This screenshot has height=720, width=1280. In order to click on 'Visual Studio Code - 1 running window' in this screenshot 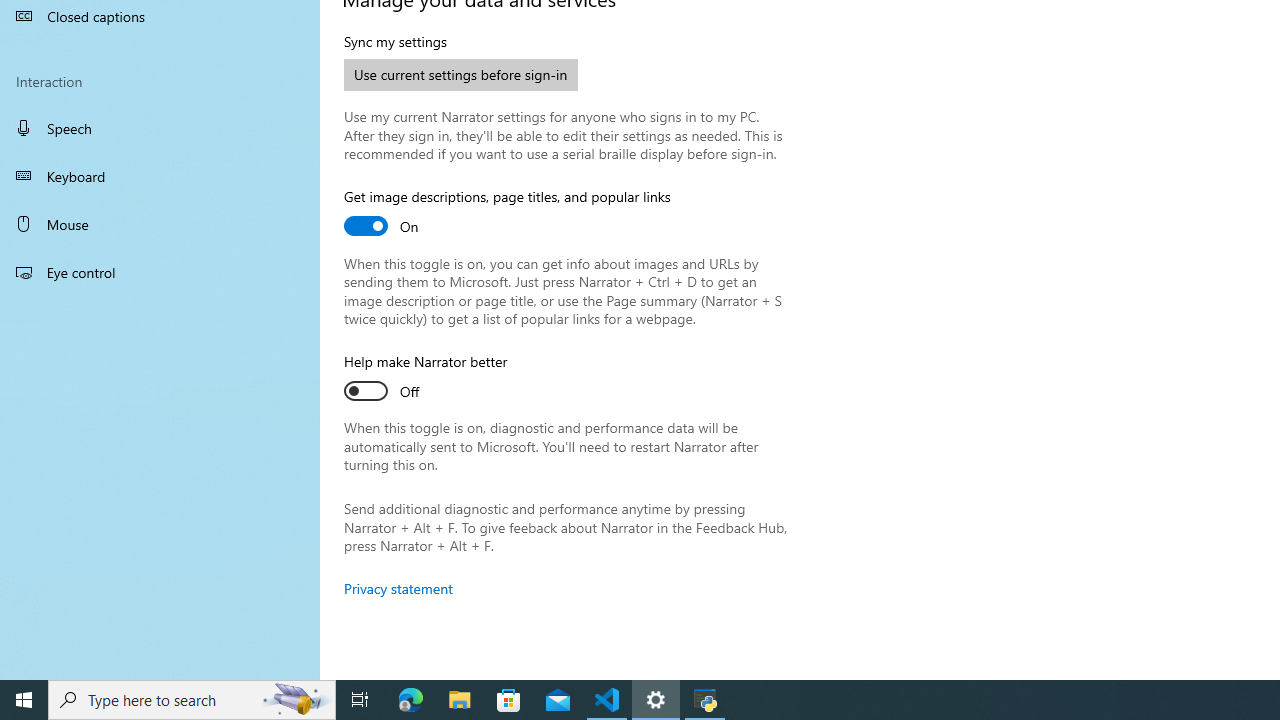, I will do `click(606, 698)`.